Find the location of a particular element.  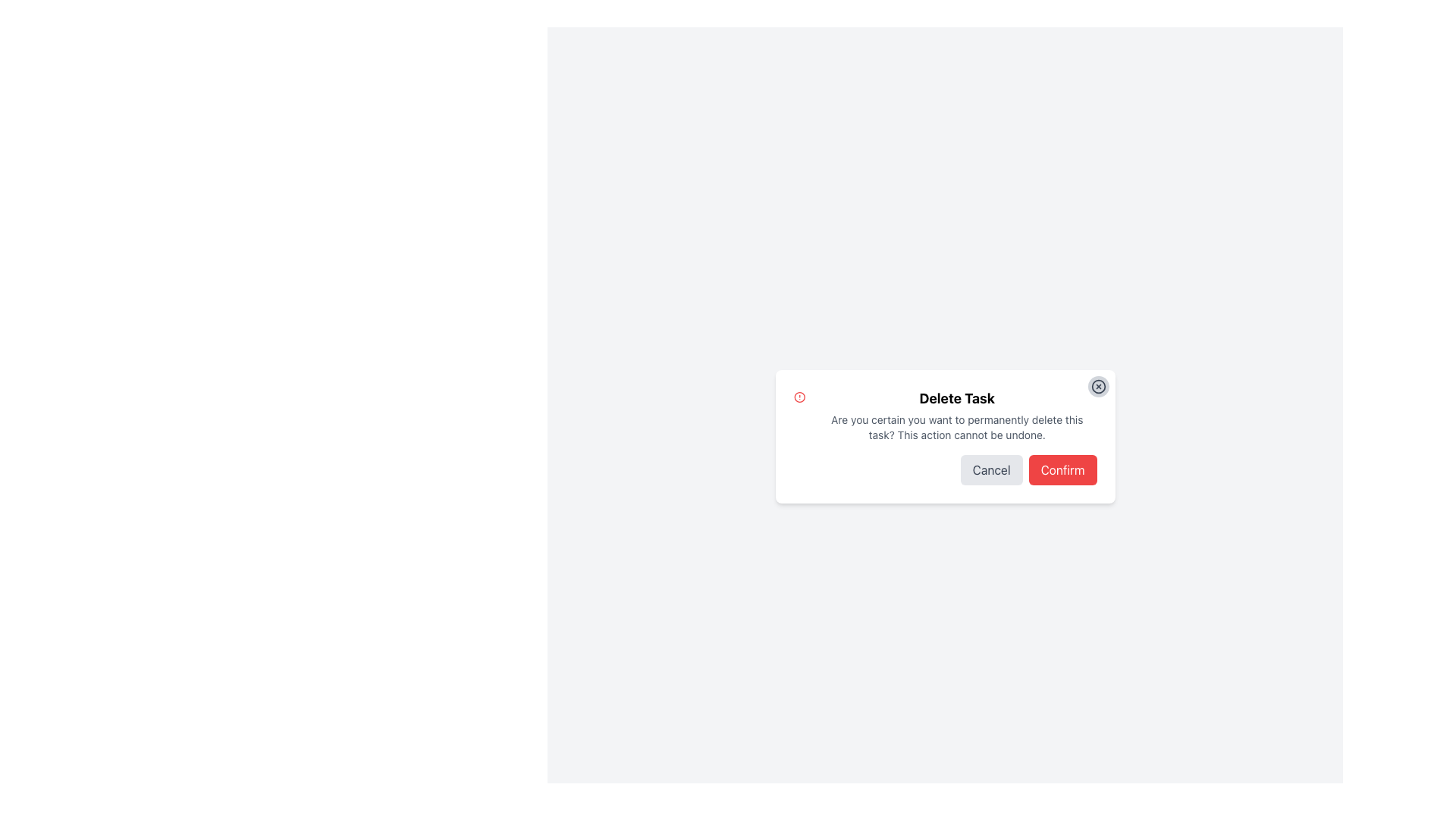

the 'Delete Task' heading in the confirmation dialog, which is styled in bold, large font and located at the top of the dialog box is located at coordinates (956, 397).